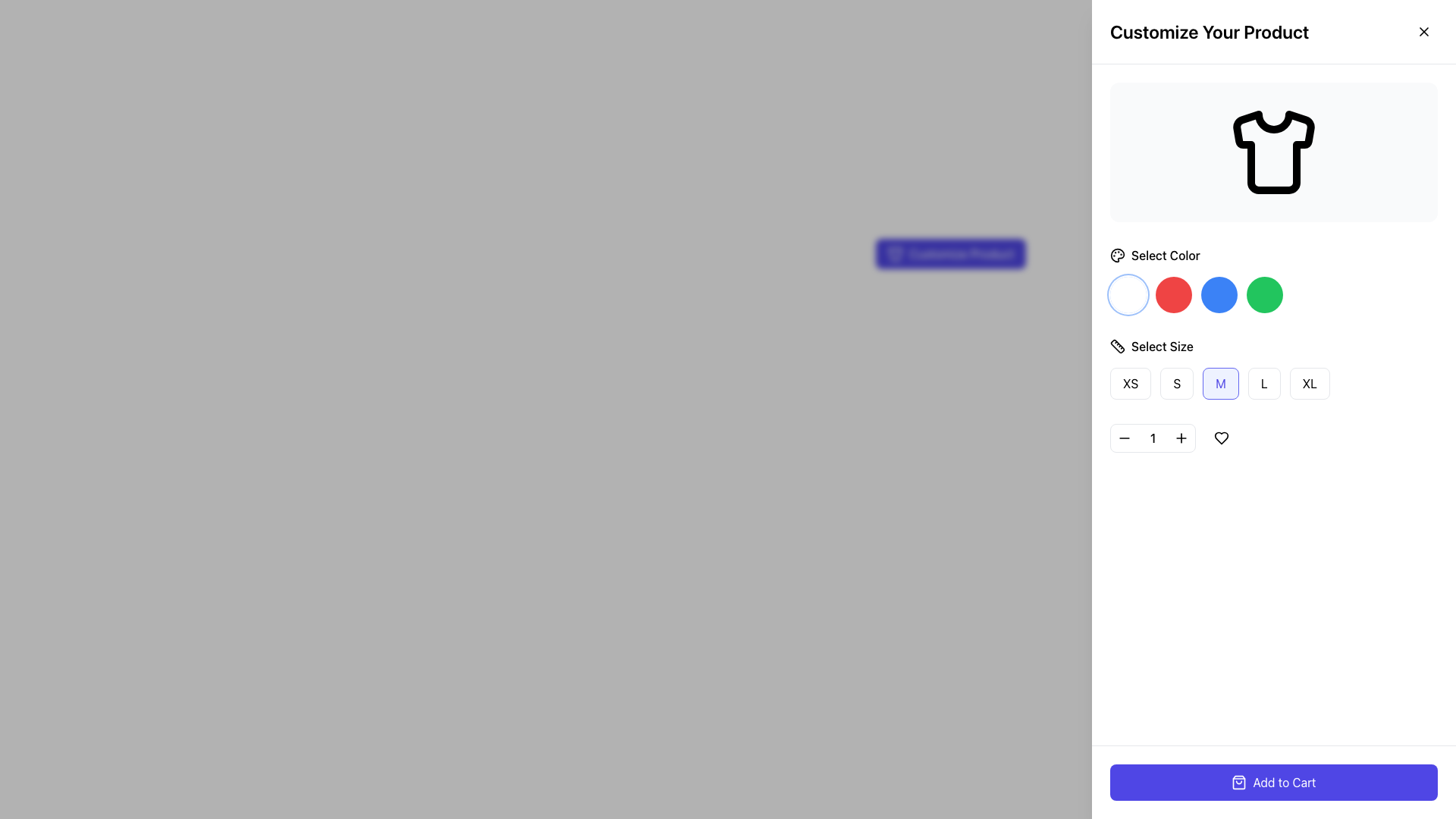 The height and width of the screenshot is (819, 1456). Describe the element at coordinates (1165, 254) in the screenshot. I see `the 'Select Color' text label, which is a black-colored medium font label indicating a medium level of importance, located in the right side panel of the interface under the T-shirt icon` at that location.